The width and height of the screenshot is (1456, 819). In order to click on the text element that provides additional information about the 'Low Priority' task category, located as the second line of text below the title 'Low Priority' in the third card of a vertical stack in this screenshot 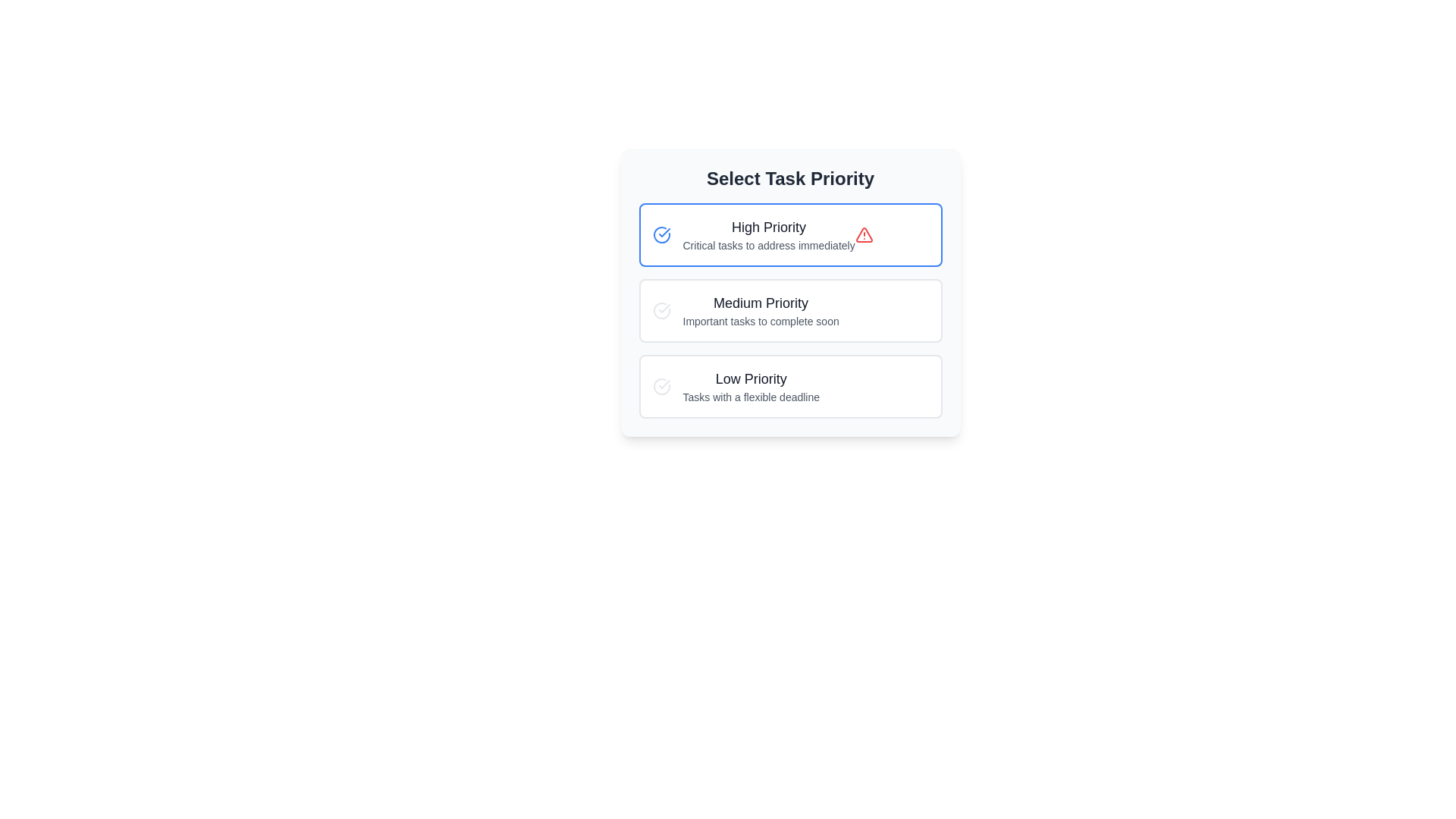, I will do `click(751, 397)`.